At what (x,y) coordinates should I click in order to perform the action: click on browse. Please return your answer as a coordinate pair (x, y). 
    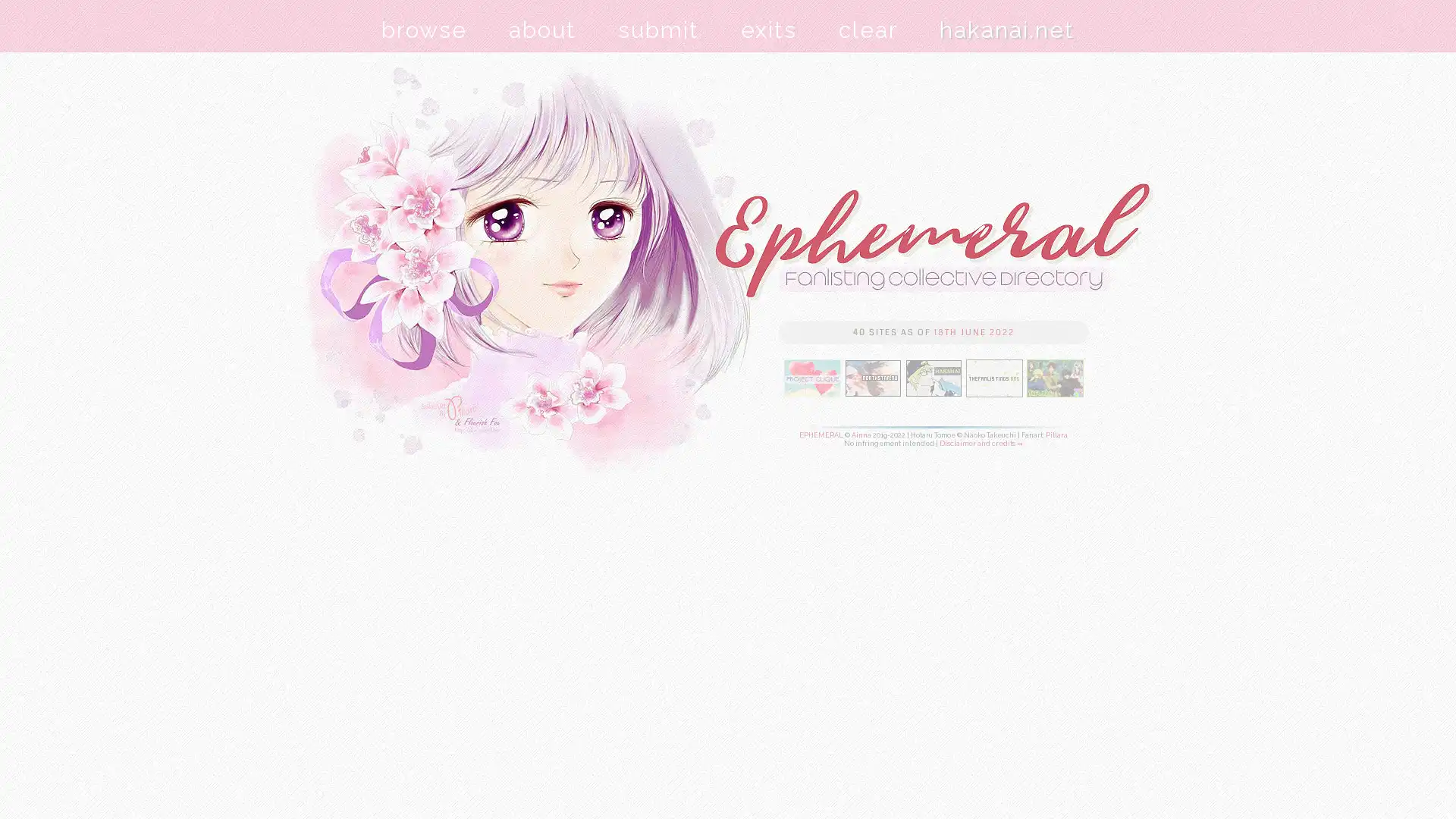
    Looking at the image, I should click on (424, 30).